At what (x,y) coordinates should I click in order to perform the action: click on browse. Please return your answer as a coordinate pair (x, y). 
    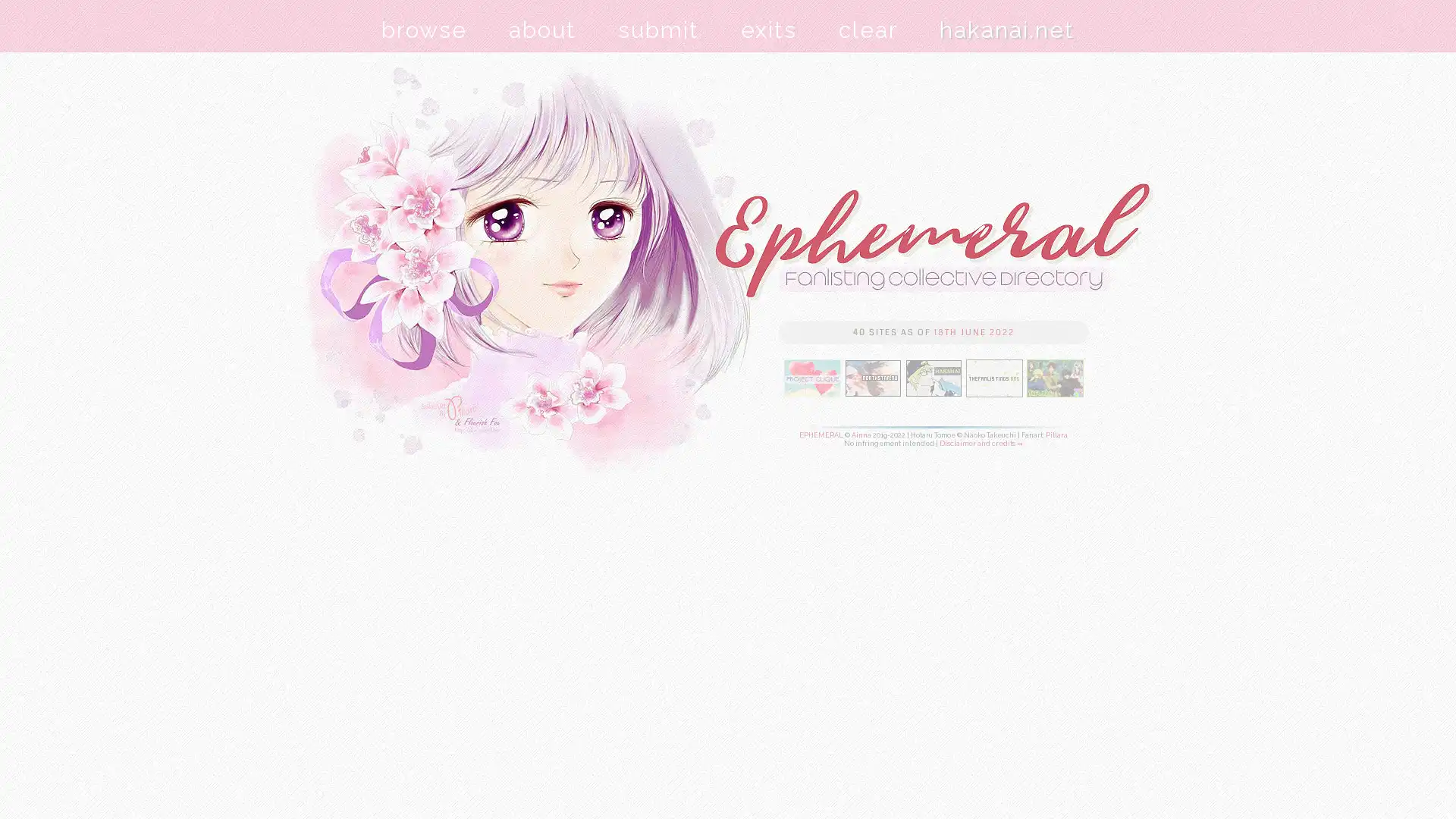
    Looking at the image, I should click on (424, 30).